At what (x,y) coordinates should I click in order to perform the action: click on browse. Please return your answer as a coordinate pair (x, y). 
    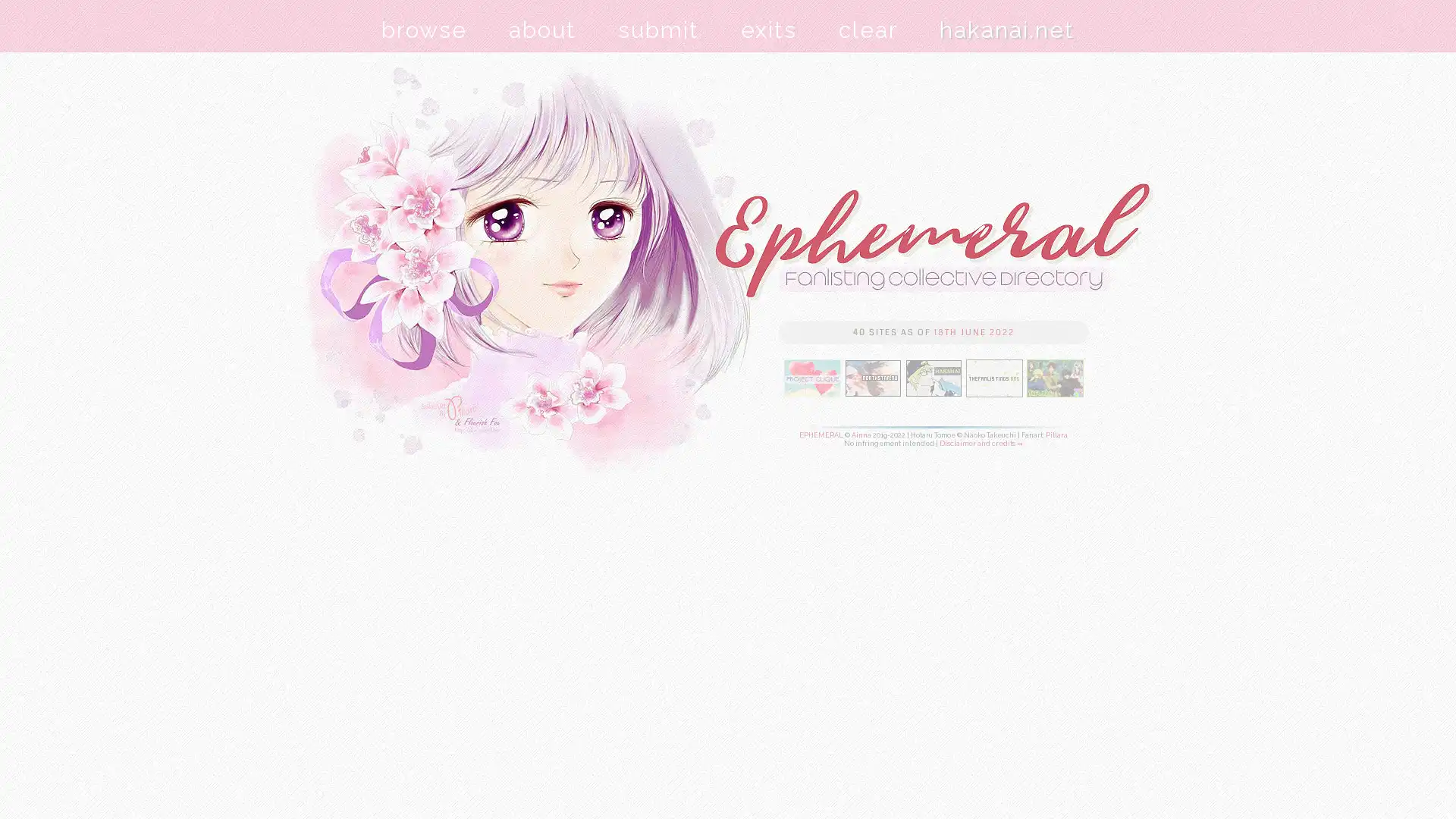
    Looking at the image, I should click on (424, 30).